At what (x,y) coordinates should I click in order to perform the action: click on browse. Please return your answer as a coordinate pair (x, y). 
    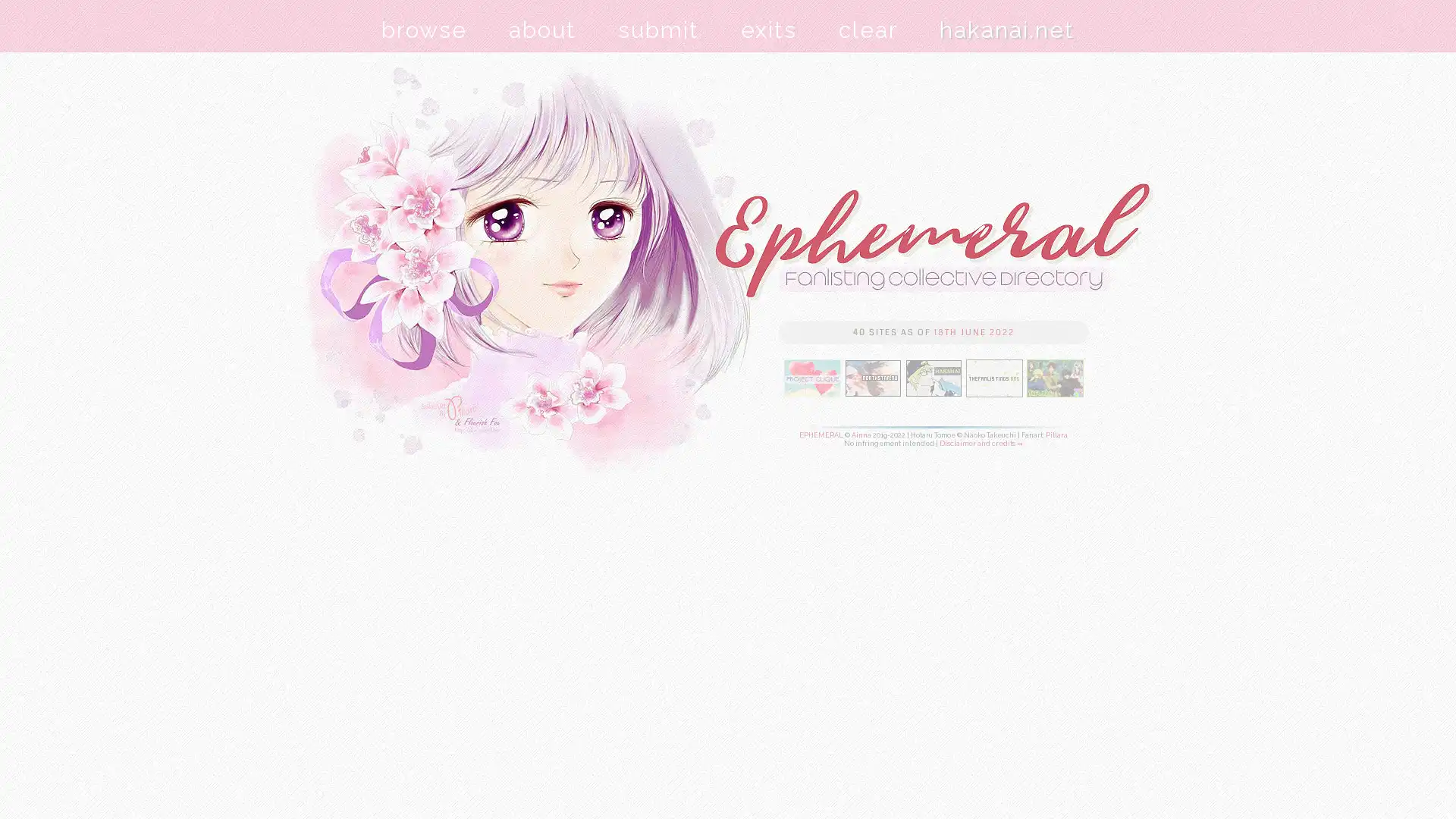
    Looking at the image, I should click on (424, 30).